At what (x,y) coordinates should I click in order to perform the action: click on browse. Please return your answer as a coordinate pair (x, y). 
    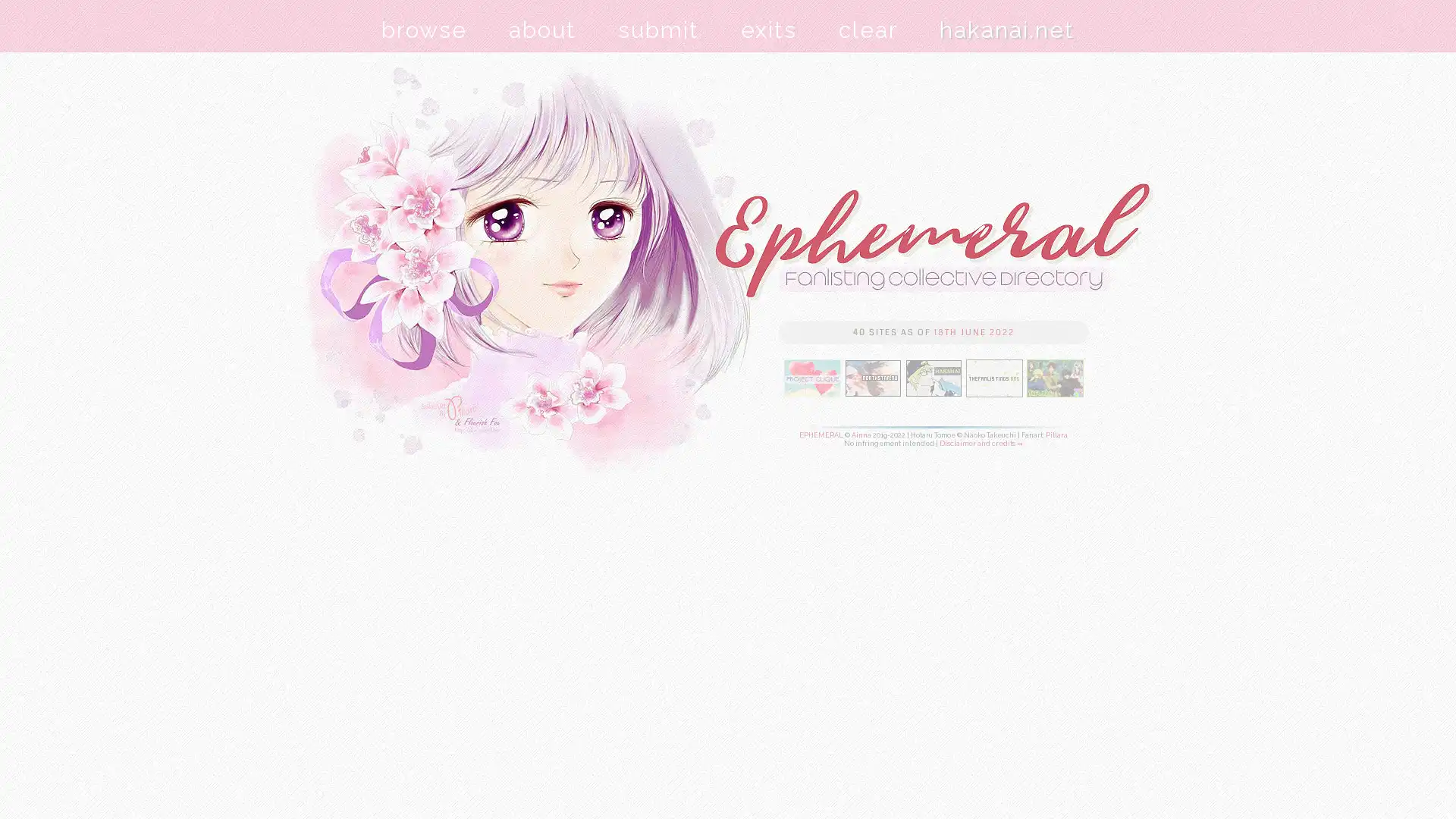
    Looking at the image, I should click on (424, 30).